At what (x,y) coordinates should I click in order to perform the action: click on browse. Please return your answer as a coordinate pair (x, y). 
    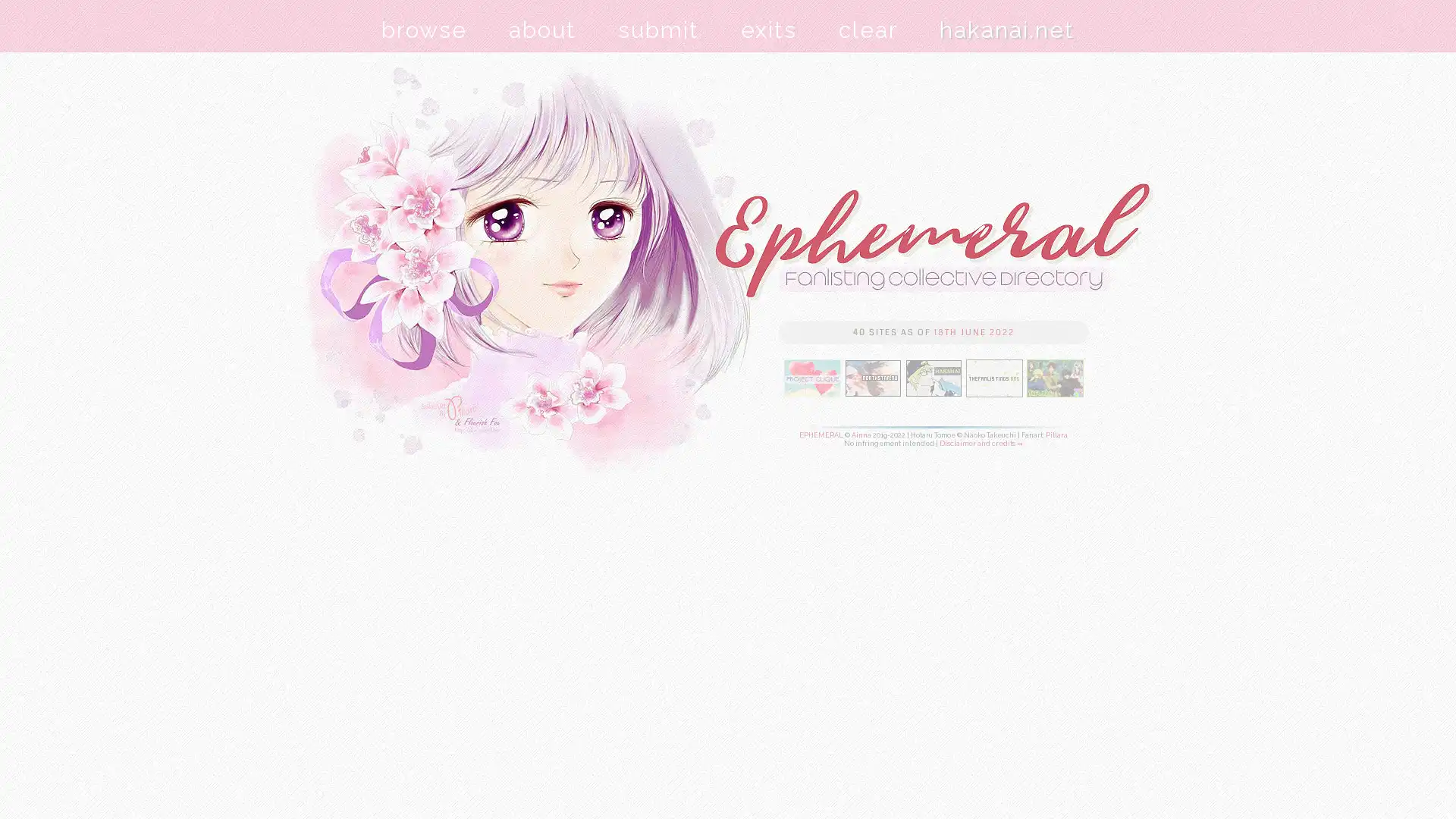
    Looking at the image, I should click on (424, 30).